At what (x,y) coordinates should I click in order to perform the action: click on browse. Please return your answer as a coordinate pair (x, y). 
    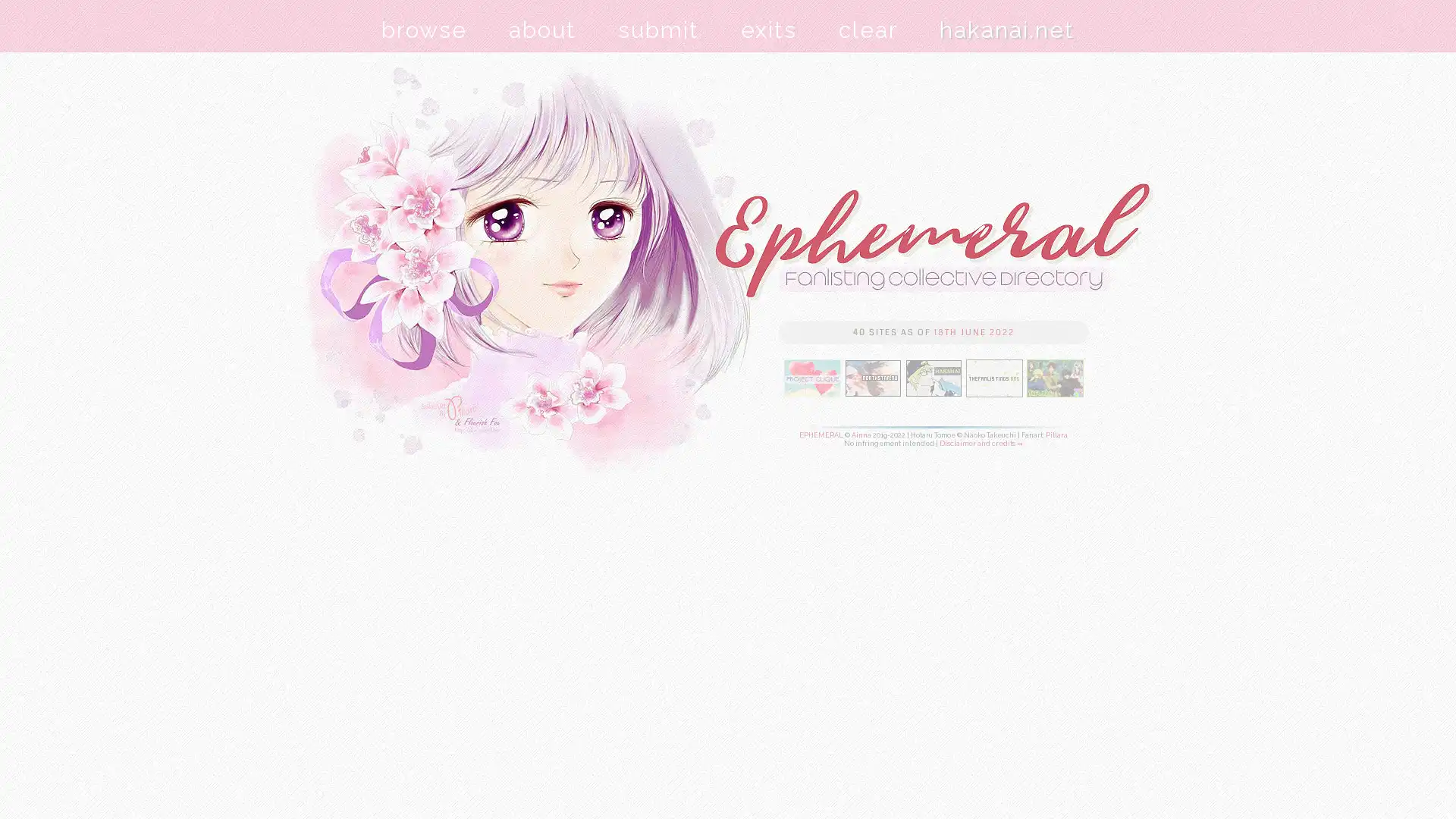
    Looking at the image, I should click on (424, 30).